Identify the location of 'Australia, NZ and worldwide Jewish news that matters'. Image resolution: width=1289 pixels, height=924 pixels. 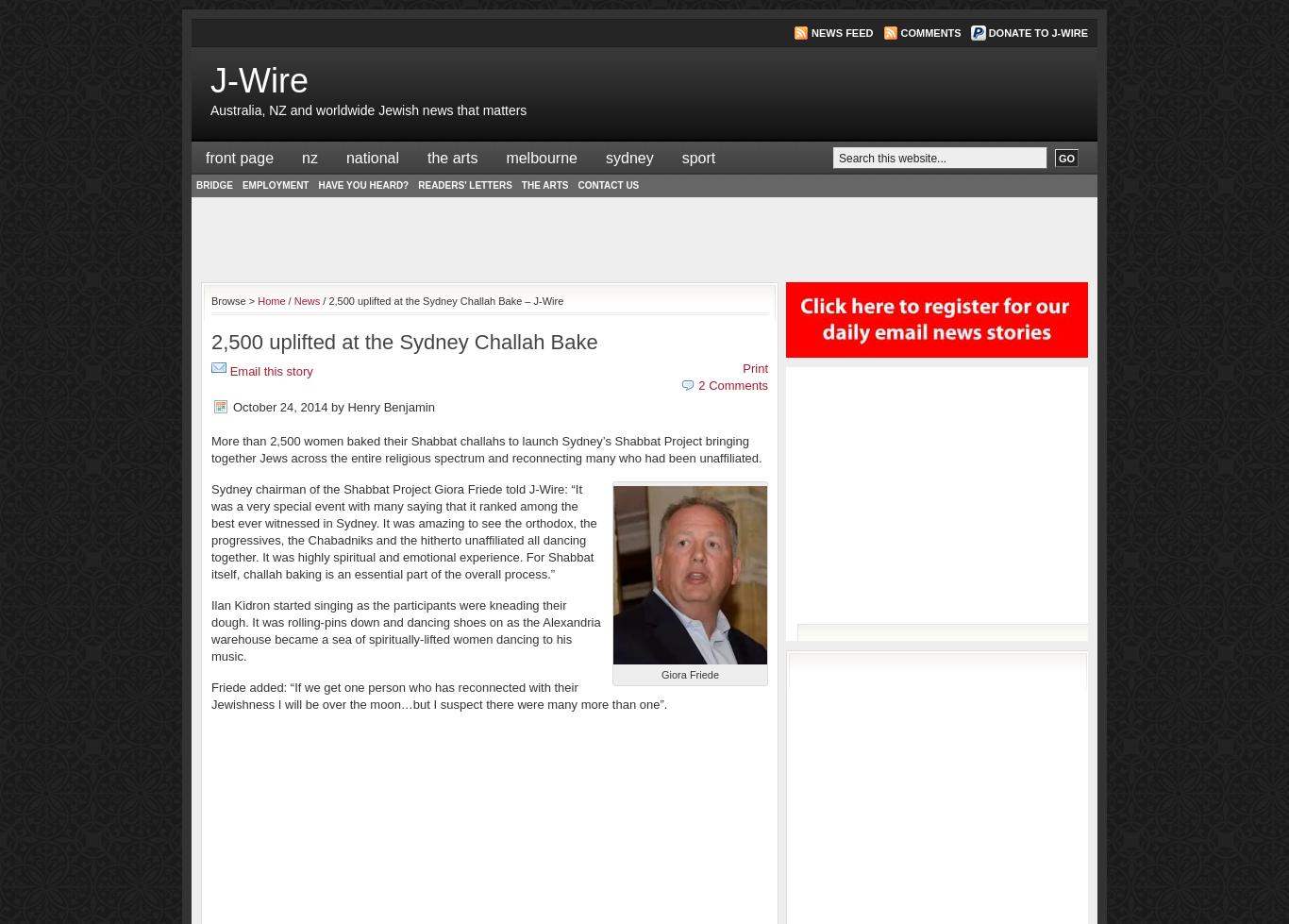
(367, 109).